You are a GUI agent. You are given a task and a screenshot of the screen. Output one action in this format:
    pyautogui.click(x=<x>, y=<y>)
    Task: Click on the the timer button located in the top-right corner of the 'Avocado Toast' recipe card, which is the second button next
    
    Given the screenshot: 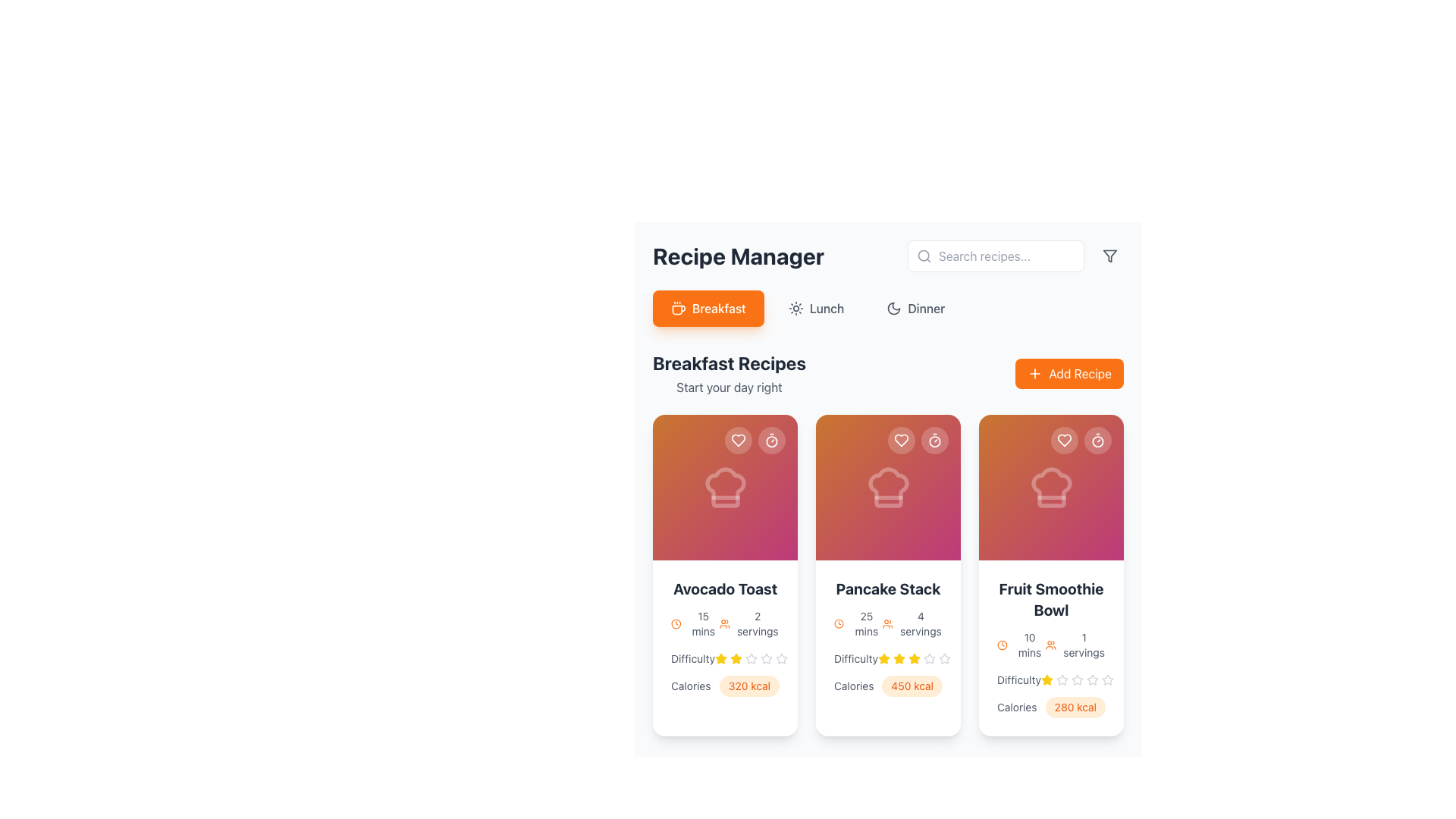 What is the action you would take?
    pyautogui.click(x=771, y=441)
    